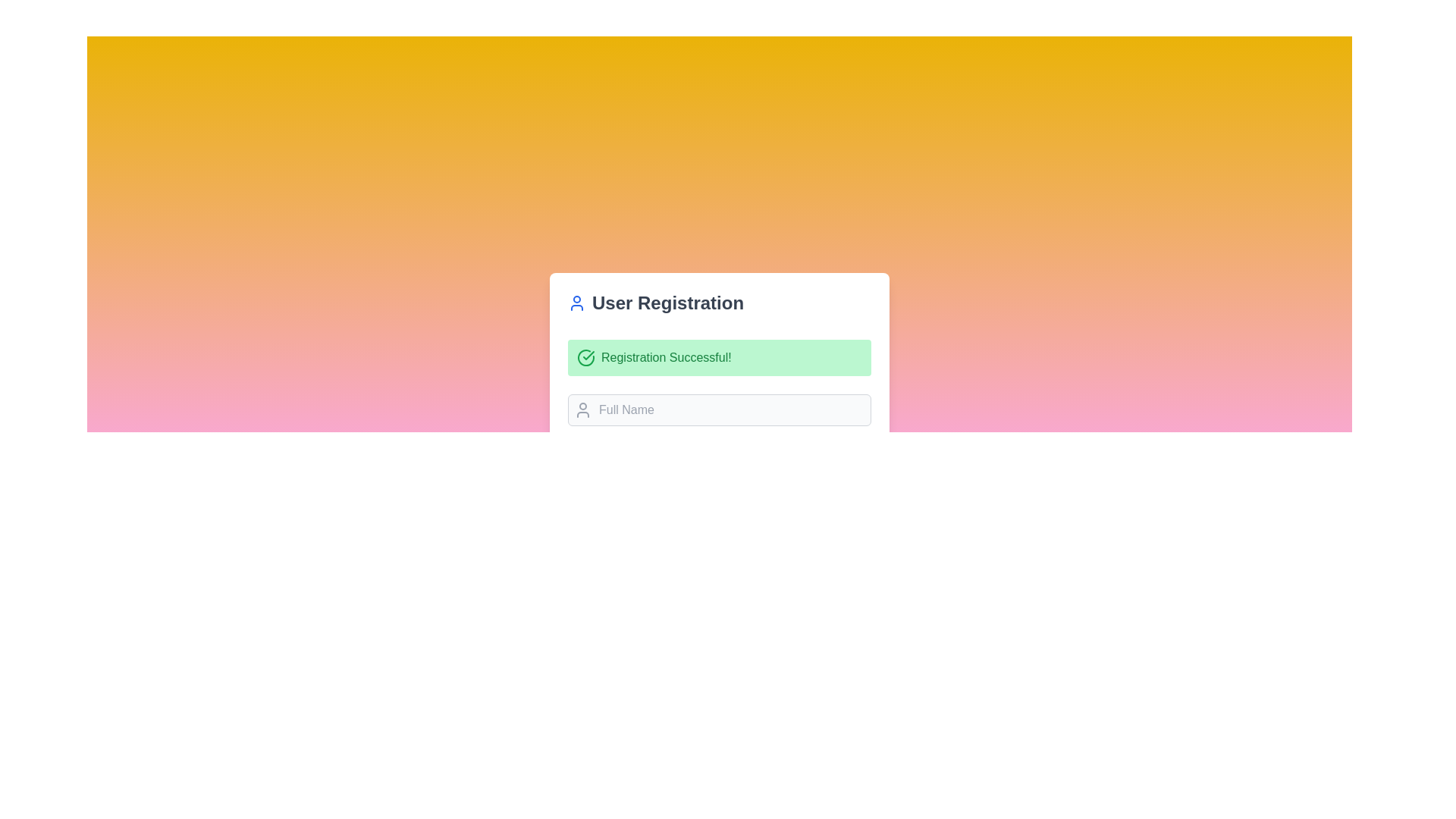  Describe the element at coordinates (582, 409) in the screenshot. I see `the human figure icon that is styled in a modern outline and located at the far left side of the 'Full Name' input field beneath the green success message labeled 'Registration Successful!'` at that location.